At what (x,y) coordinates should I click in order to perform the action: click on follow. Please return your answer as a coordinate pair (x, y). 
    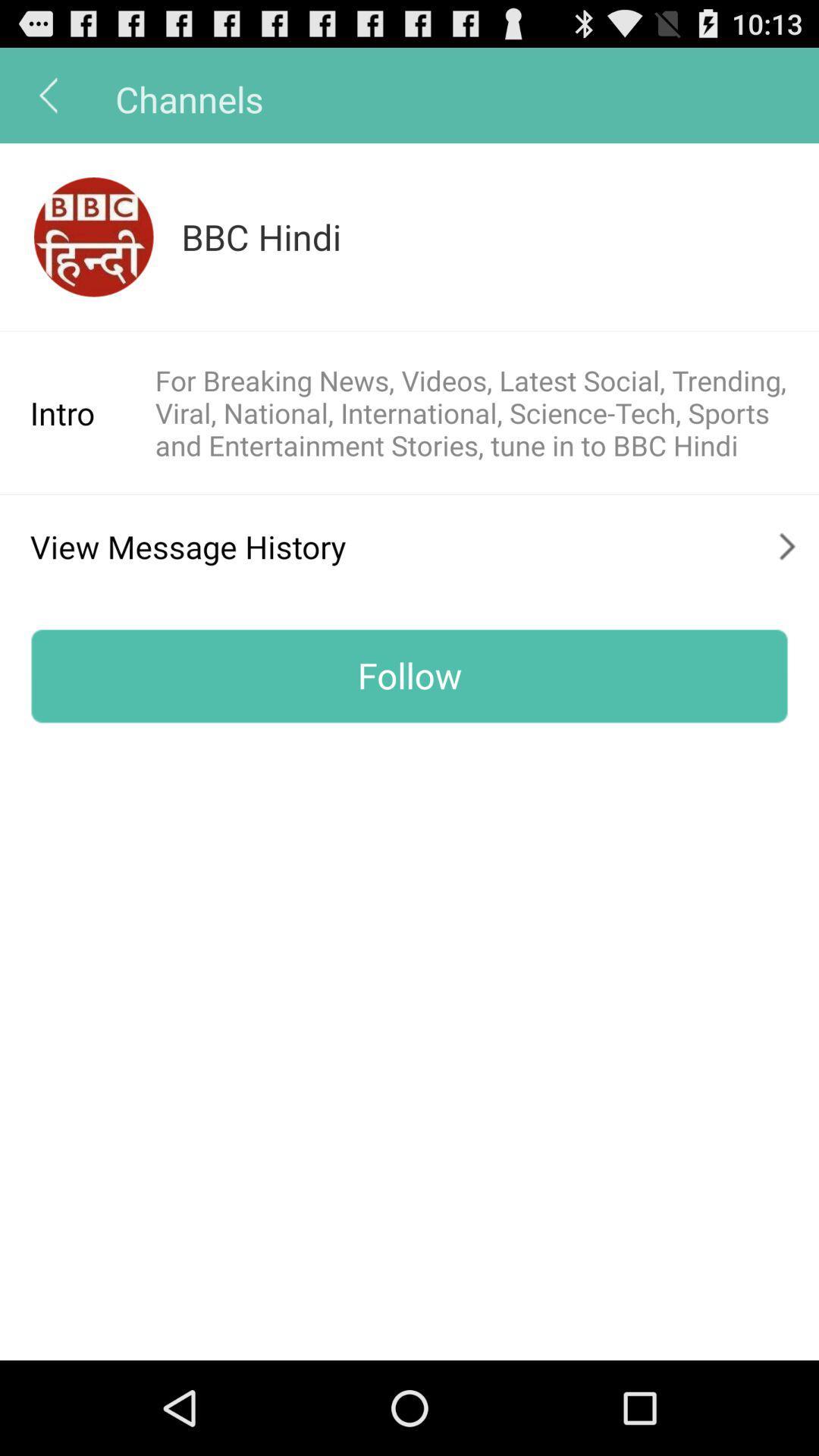
    Looking at the image, I should click on (409, 675).